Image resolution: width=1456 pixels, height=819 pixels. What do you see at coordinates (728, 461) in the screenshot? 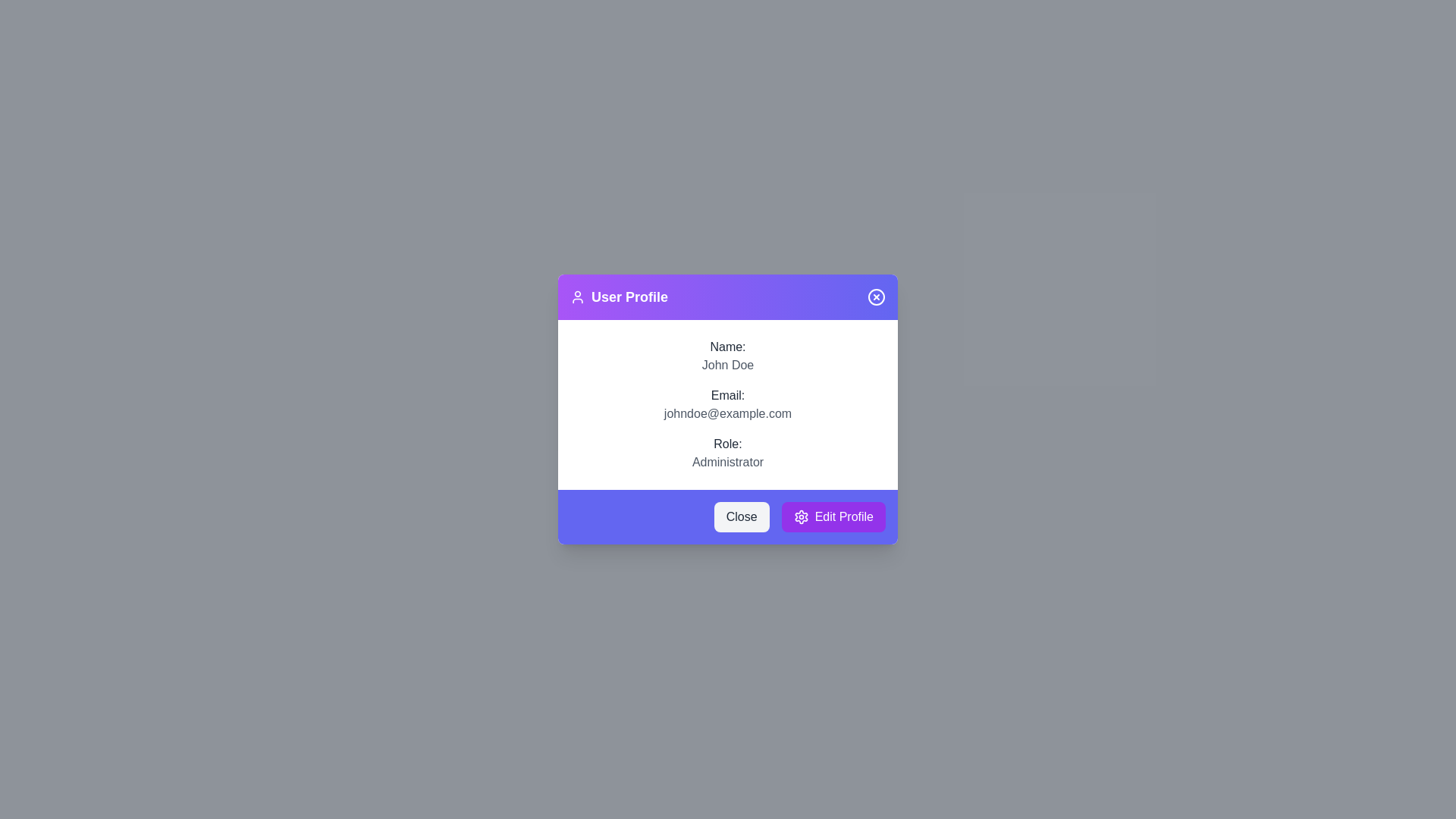
I see `text label displaying 'Administrator', which is styled in gray and located beneath the 'Role:' label in the user profile section` at bounding box center [728, 461].